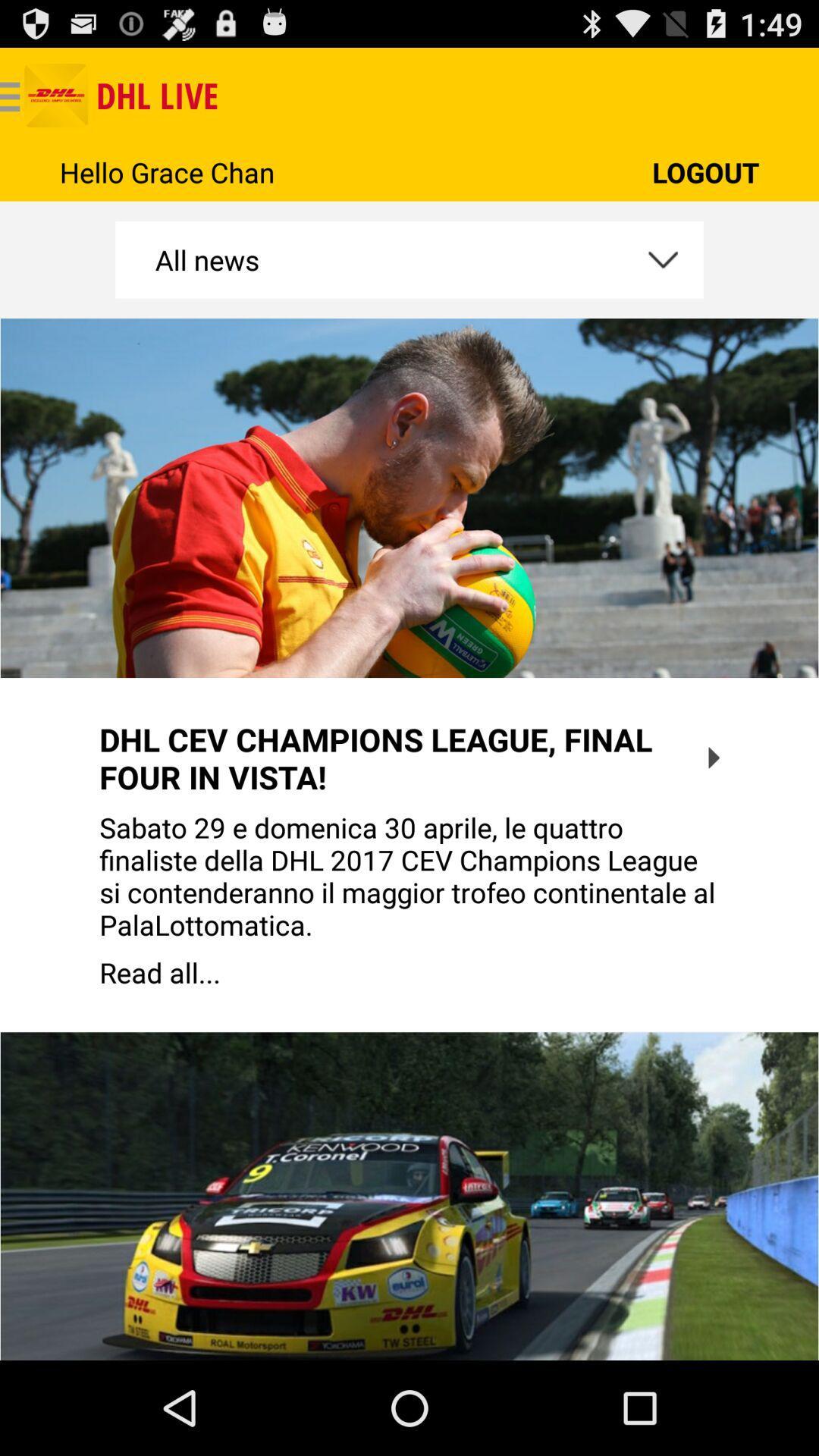 The image size is (819, 1456). I want to click on item above sabato 29 e item, so click(714, 758).